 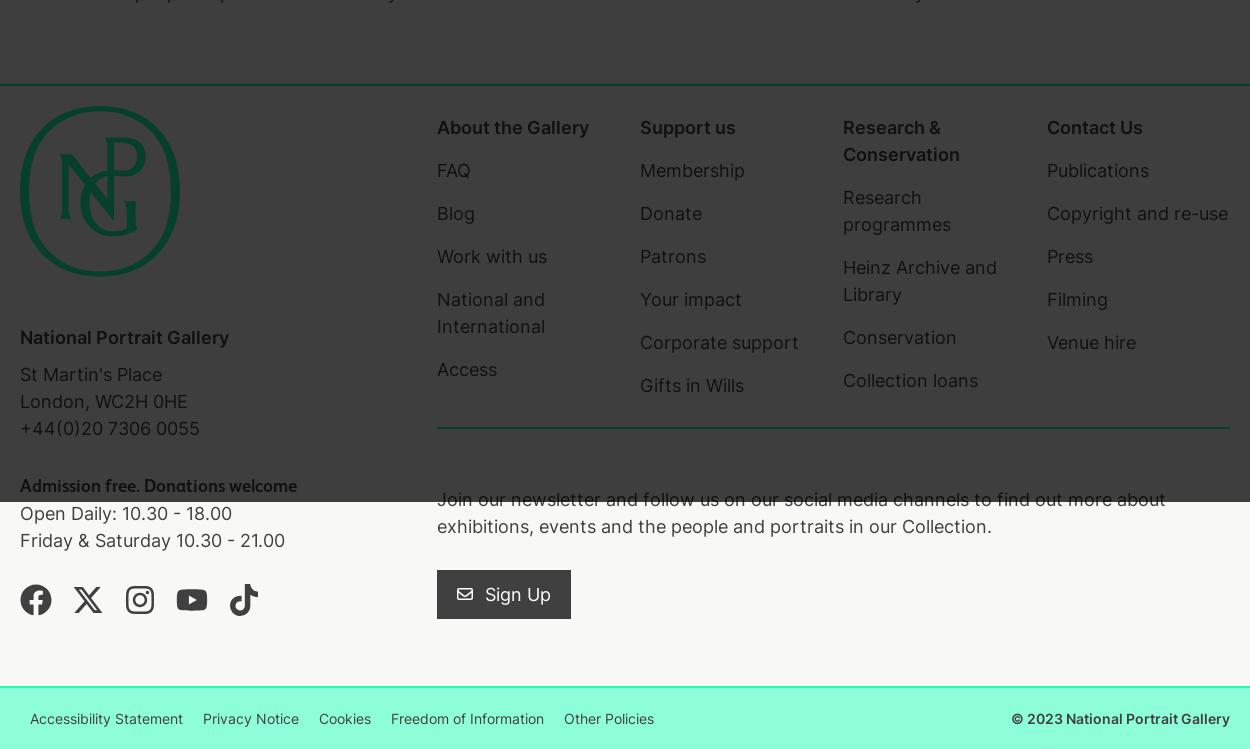 I want to click on 'Gifts in Wills', so click(x=690, y=383).